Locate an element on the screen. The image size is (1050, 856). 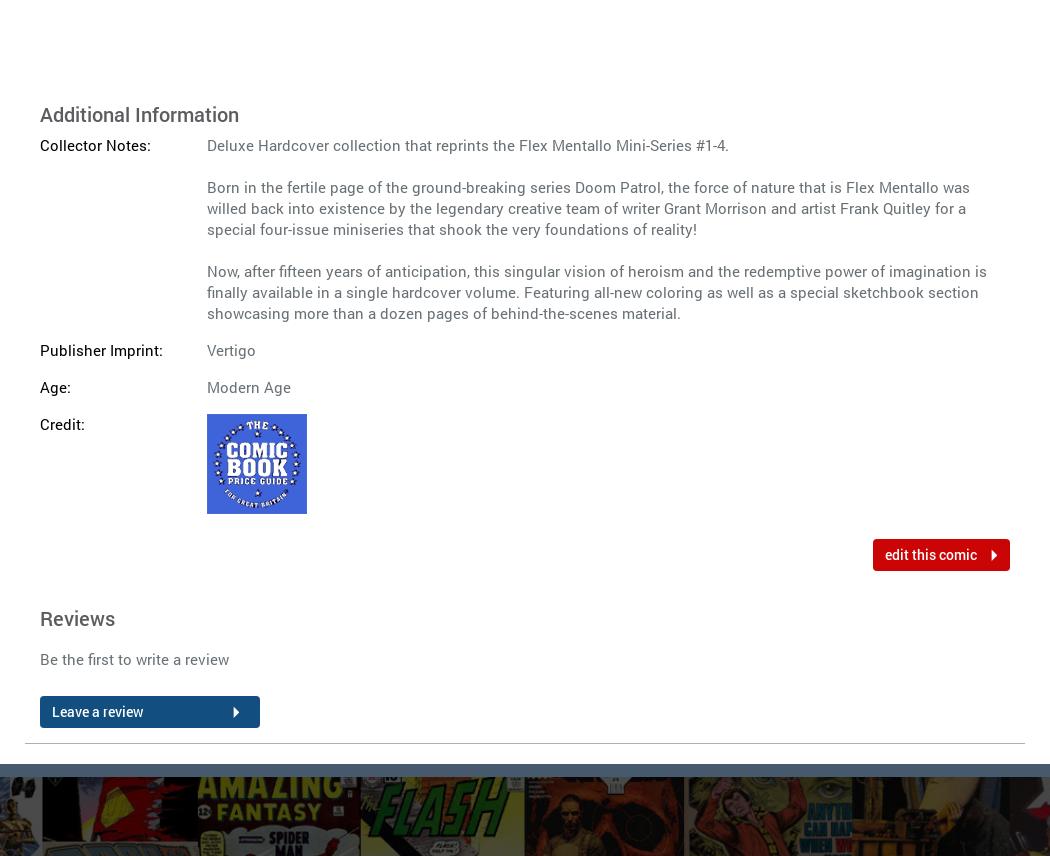
'Age:' is located at coordinates (54, 386).